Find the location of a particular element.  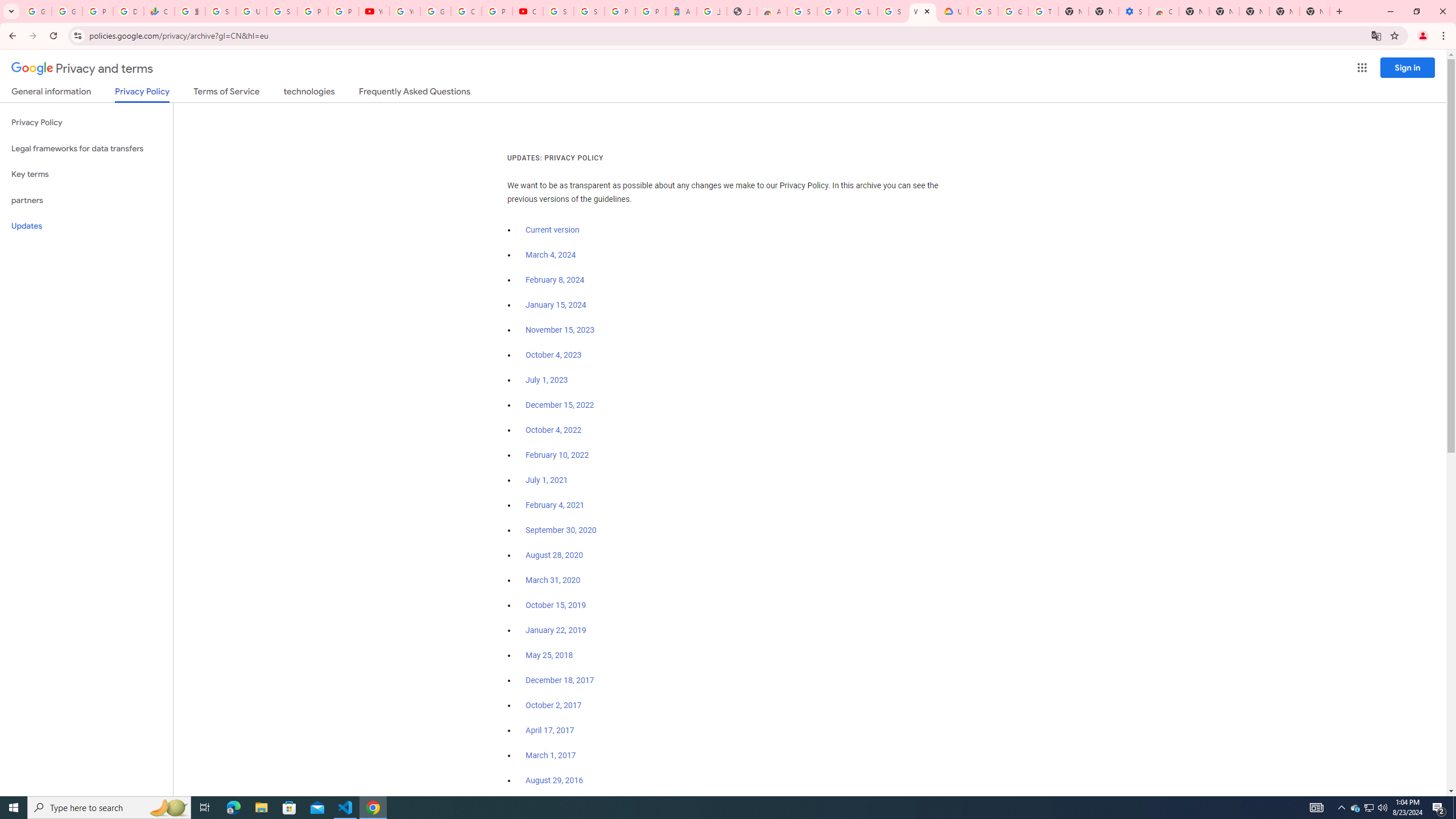

'August 29, 2016' is located at coordinates (554, 780).